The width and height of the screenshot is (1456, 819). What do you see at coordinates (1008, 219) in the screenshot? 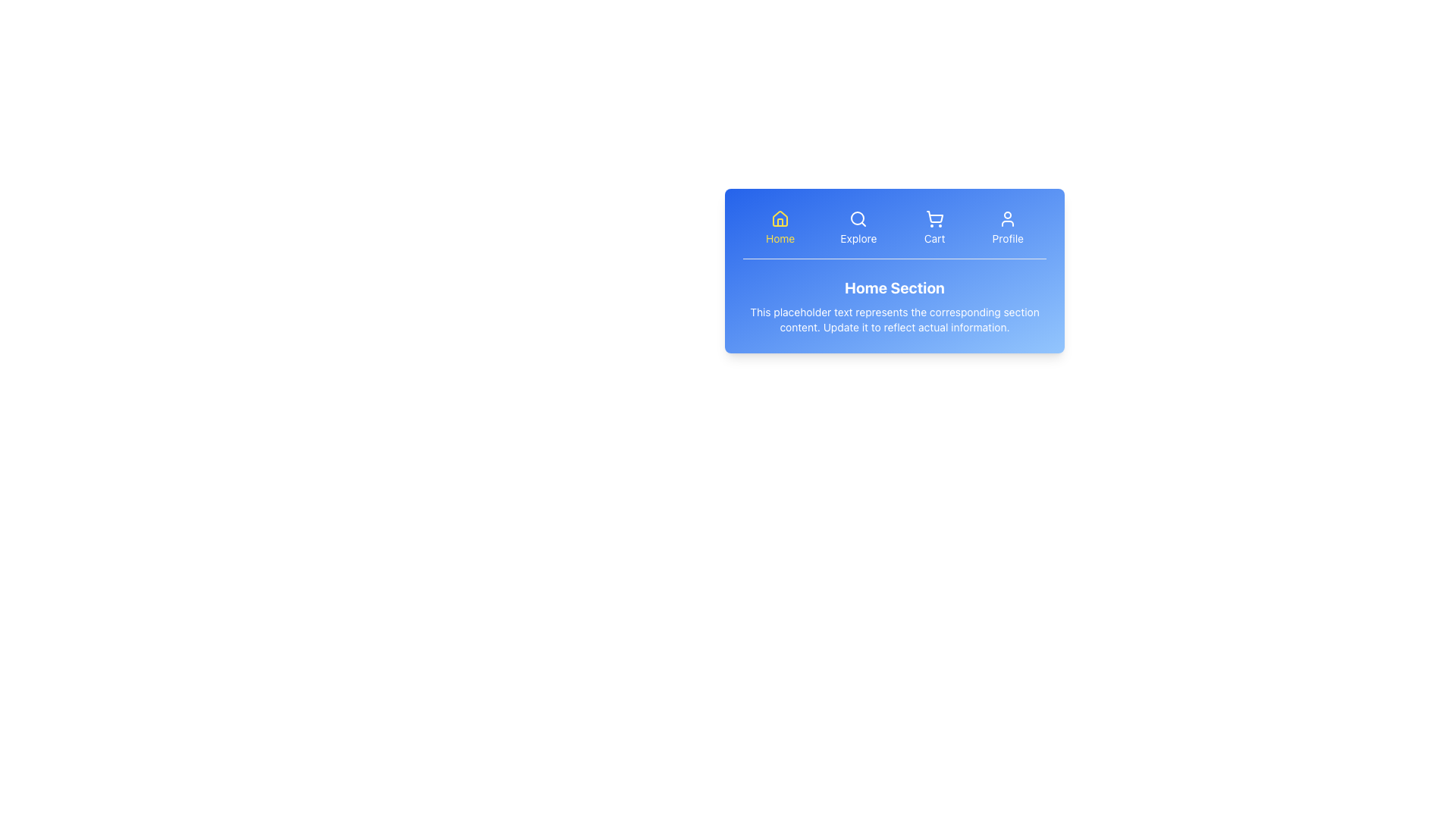
I see `the 'Profile' icon located in the top-right corner of the navigation bar` at bounding box center [1008, 219].